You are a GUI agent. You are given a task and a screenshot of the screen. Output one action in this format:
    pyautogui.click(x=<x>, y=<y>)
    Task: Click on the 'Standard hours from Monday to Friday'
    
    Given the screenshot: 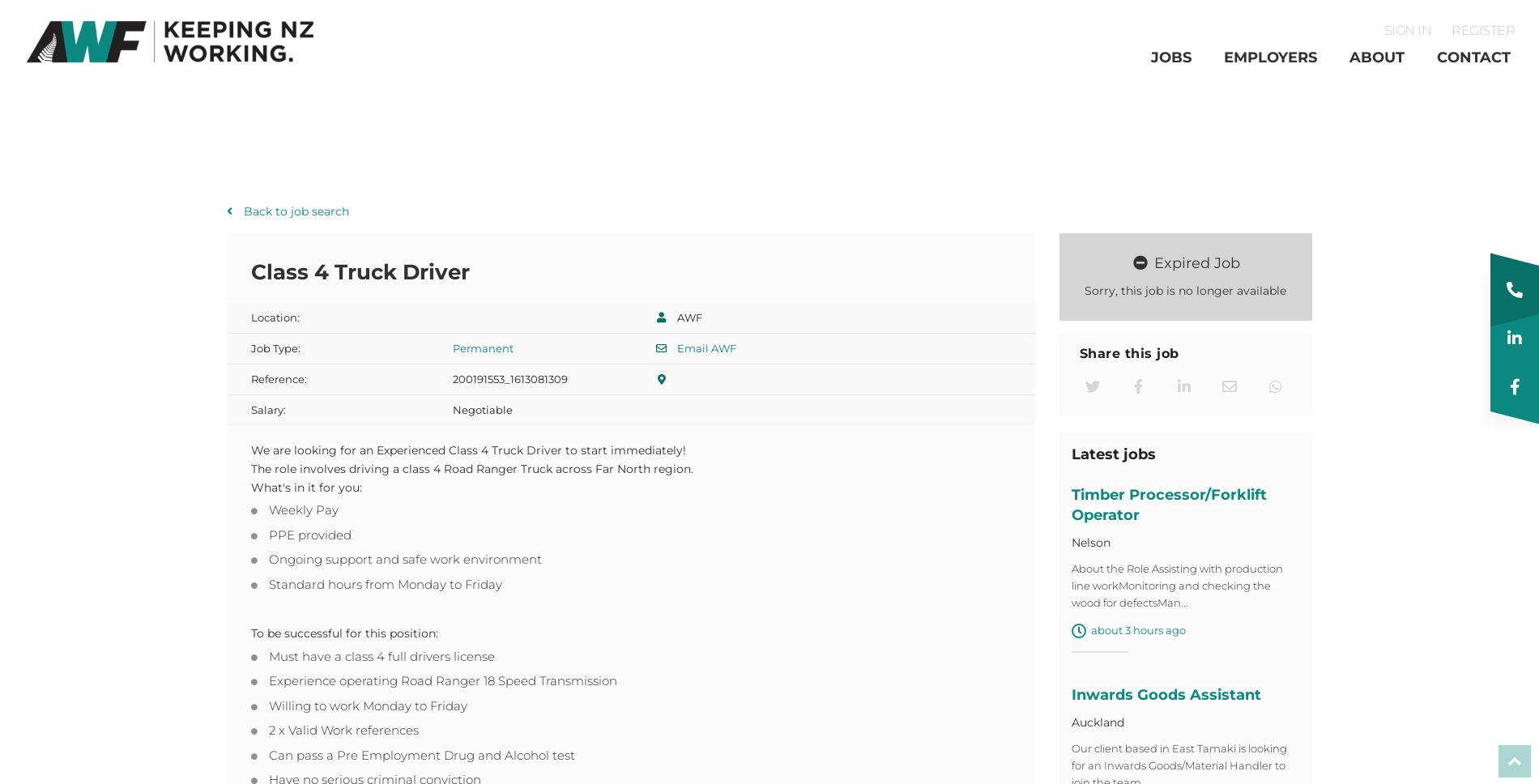 What is the action you would take?
    pyautogui.click(x=385, y=588)
    